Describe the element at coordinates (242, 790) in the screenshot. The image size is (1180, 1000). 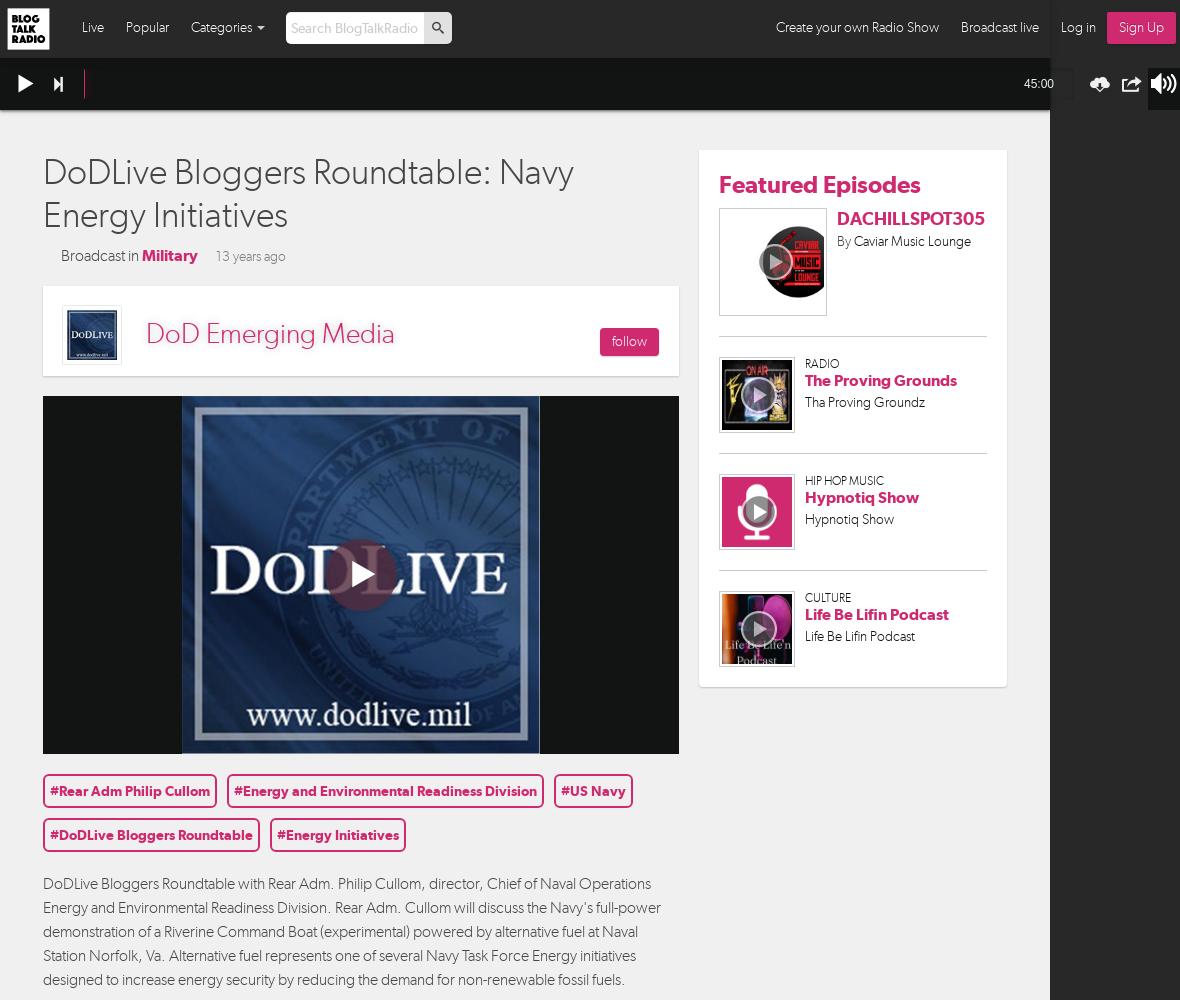
I see `'Energy and Environmental Readiness Division'` at that location.